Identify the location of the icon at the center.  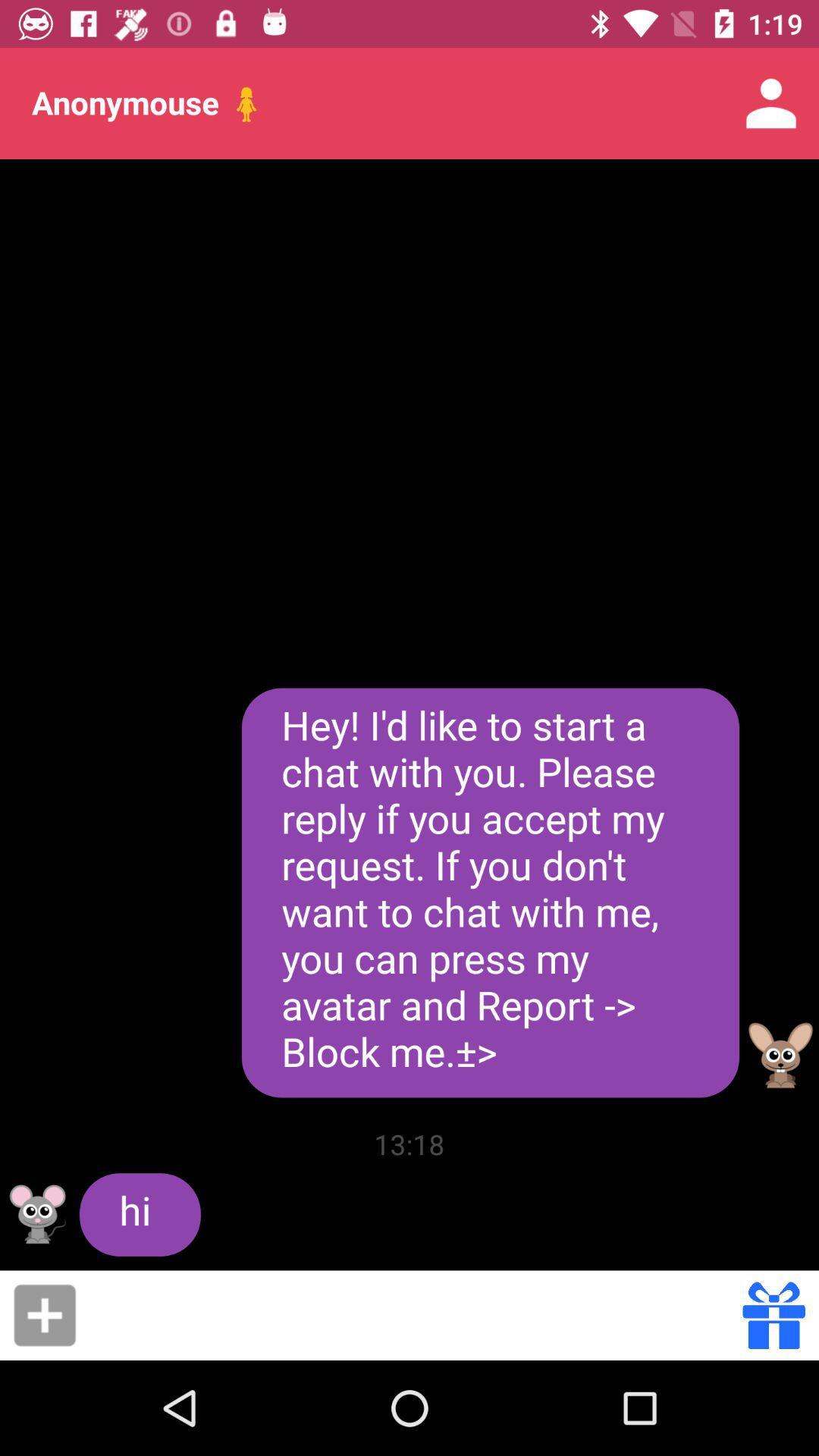
(490, 893).